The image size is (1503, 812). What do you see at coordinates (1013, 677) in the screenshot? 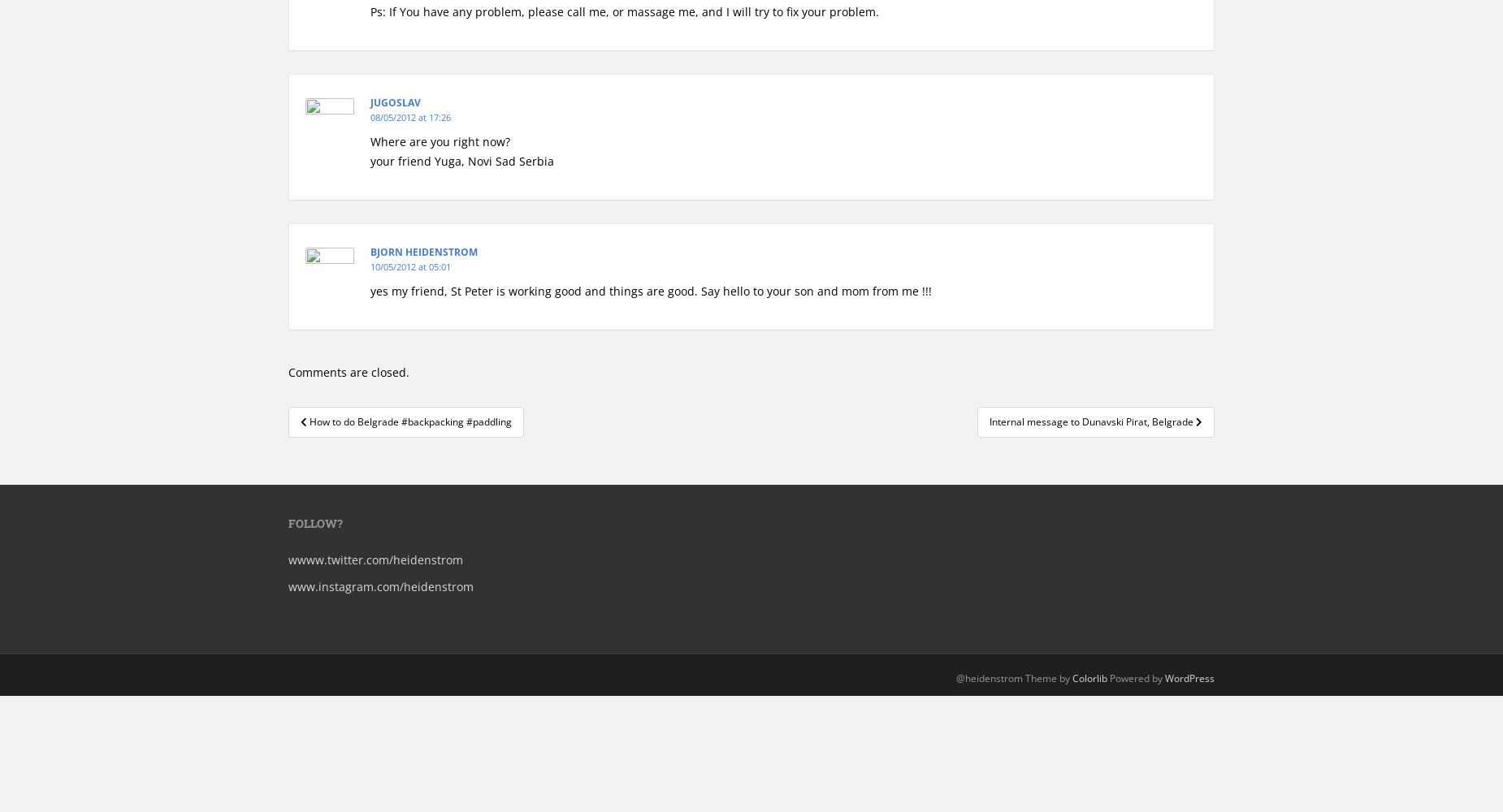
I see `'@heidenstrom						Theme by'` at bounding box center [1013, 677].